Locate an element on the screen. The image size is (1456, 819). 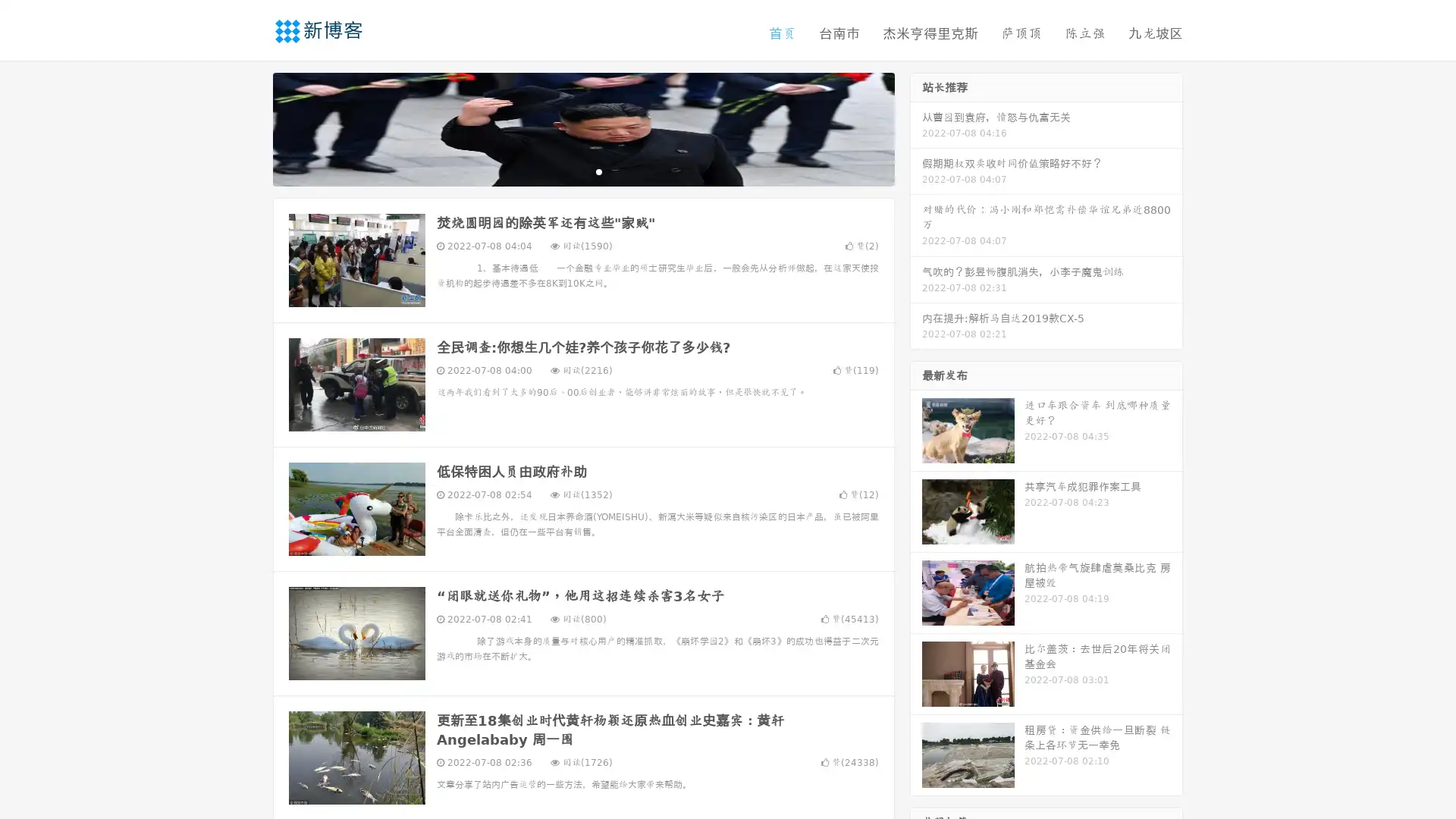
Go to slide 2 is located at coordinates (582, 171).